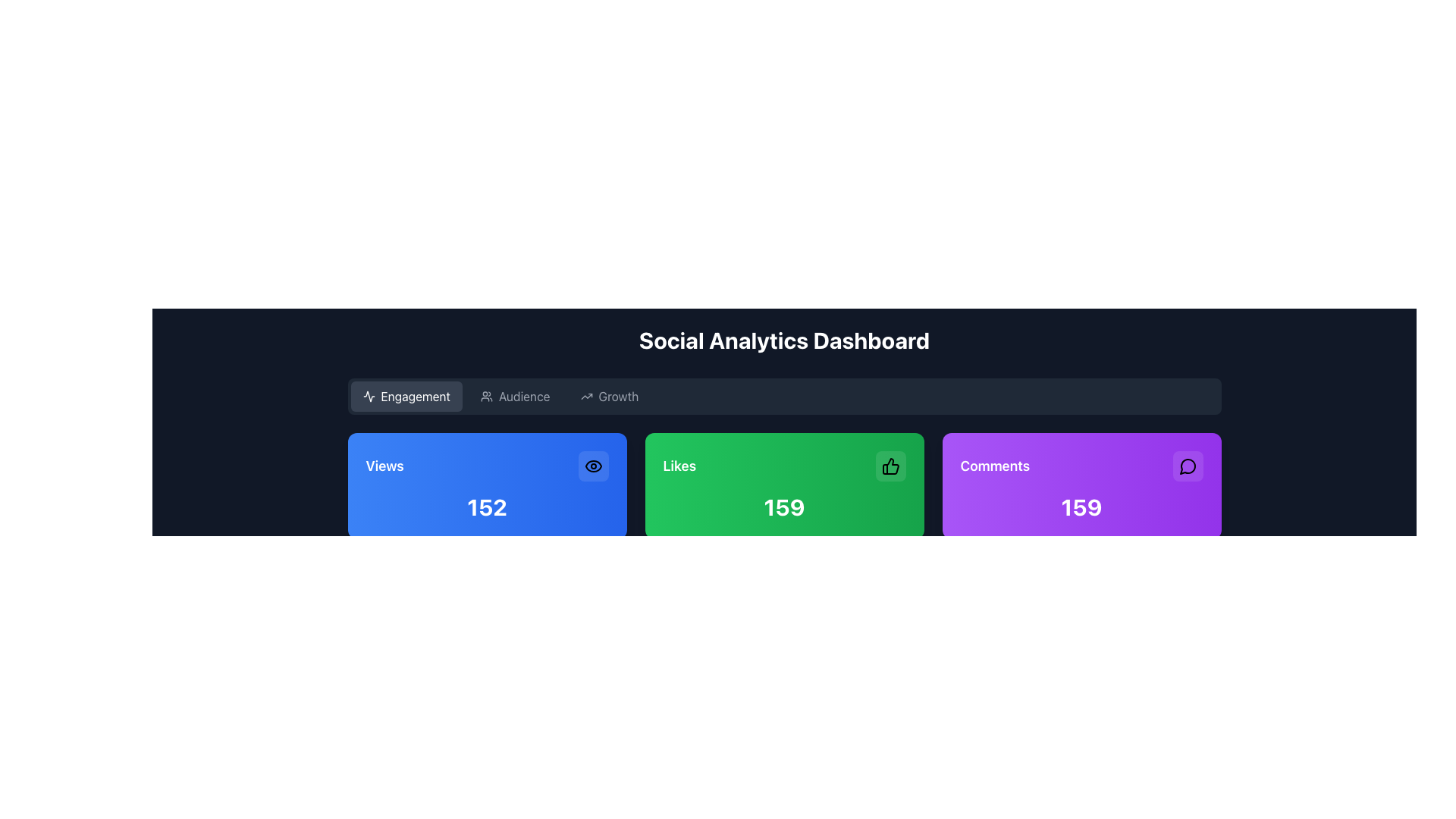 This screenshot has height=819, width=1456. What do you see at coordinates (995, 465) in the screenshot?
I see `the Text label located in the top-left corner of the purple box labeled 'Comments'` at bounding box center [995, 465].